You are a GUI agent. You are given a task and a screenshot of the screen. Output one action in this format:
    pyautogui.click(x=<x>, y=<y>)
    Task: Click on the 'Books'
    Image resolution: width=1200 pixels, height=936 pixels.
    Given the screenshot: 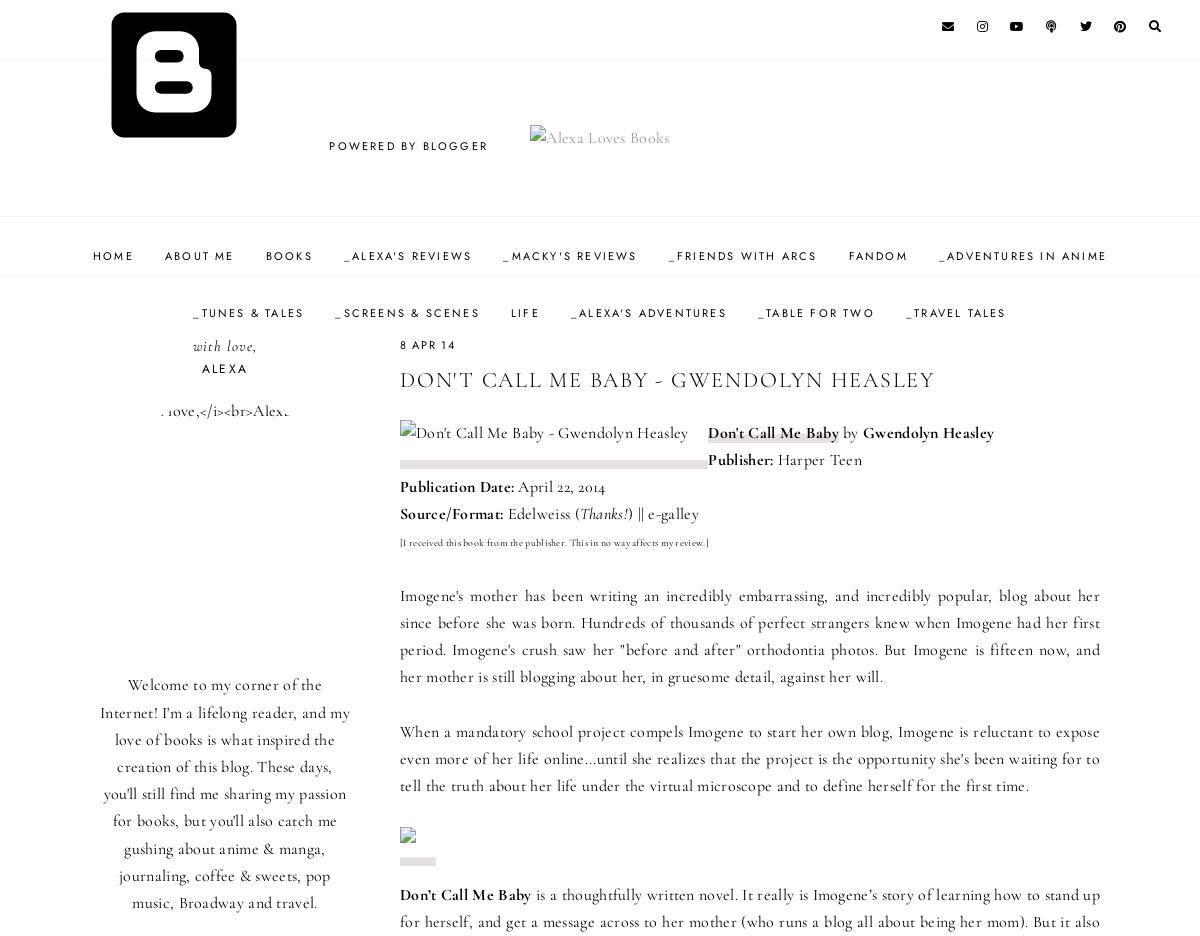 What is the action you would take?
    pyautogui.click(x=263, y=254)
    